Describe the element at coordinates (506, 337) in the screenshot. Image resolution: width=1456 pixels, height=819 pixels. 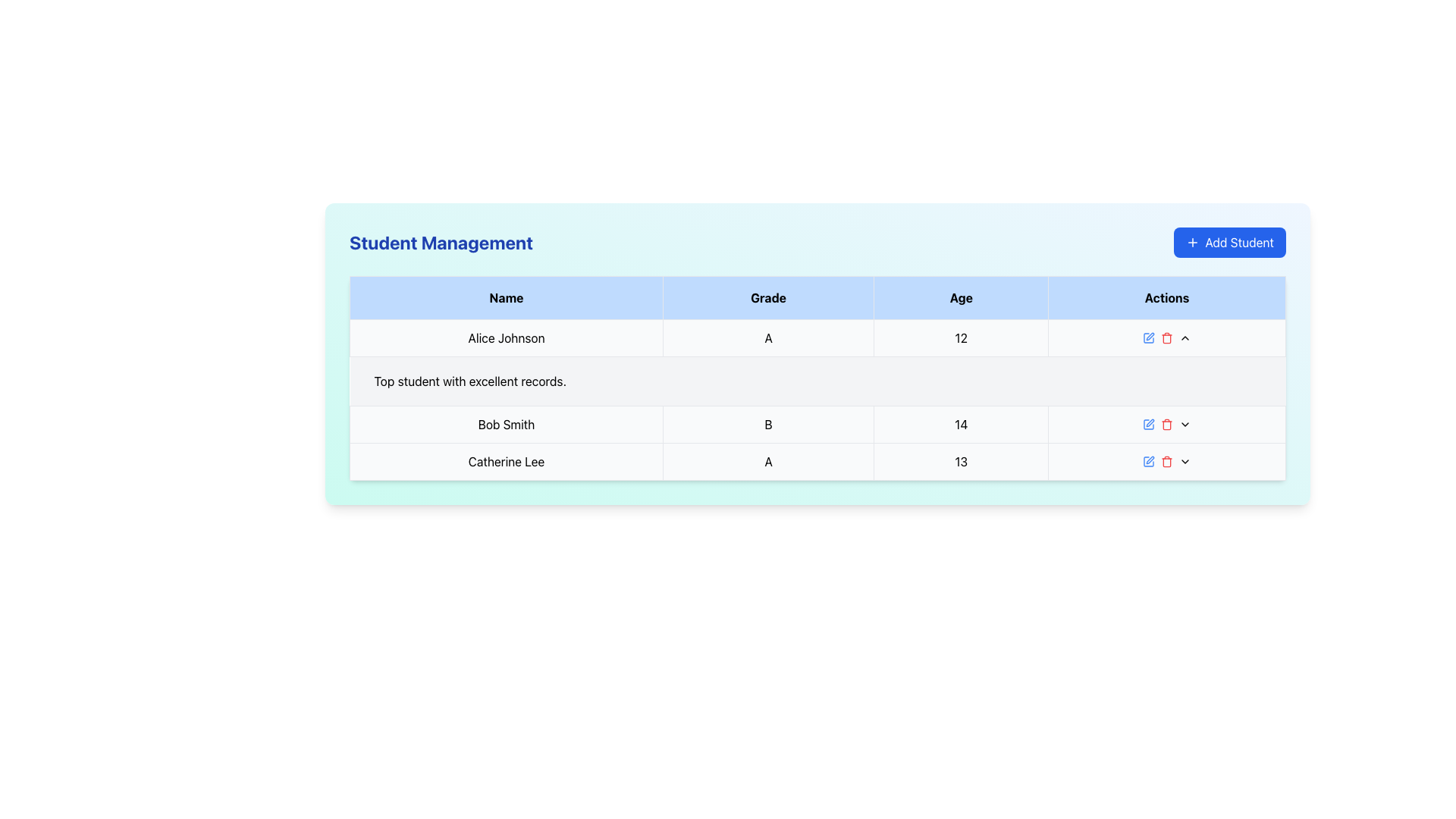
I see `on the text display element that shows the name 'Alice Johnson' in the 'Name' column of the table` at that location.